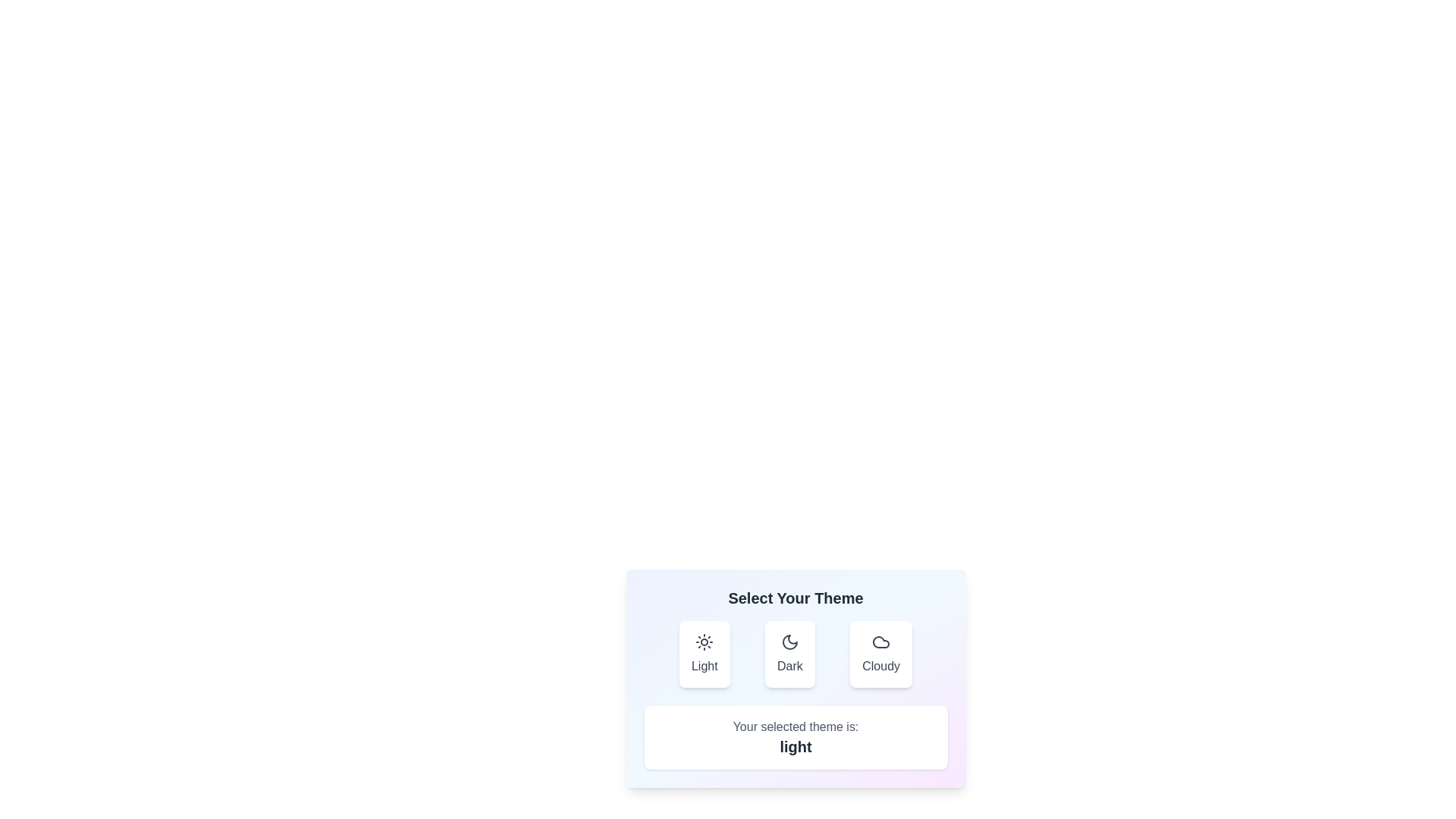  Describe the element at coordinates (795, 598) in the screenshot. I see `the textual header displaying 'Select Your Theme' in bold and large font, positioned at the top of its containing card interface` at that location.